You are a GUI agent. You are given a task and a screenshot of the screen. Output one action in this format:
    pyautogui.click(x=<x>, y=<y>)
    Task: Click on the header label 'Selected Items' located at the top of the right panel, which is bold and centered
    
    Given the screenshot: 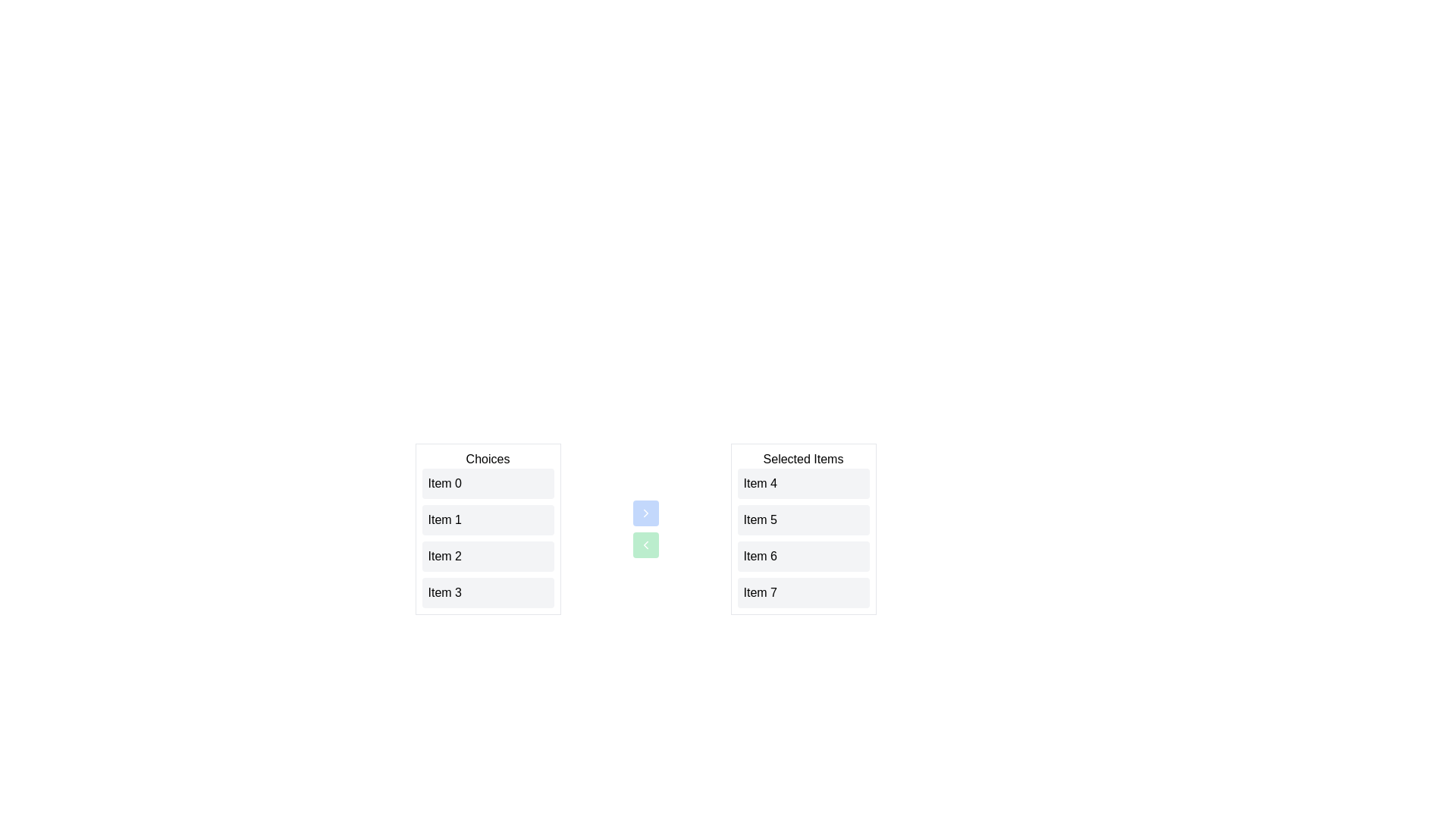 What is the action you would take?
    pyautogui.click(x=802, y=458)
    